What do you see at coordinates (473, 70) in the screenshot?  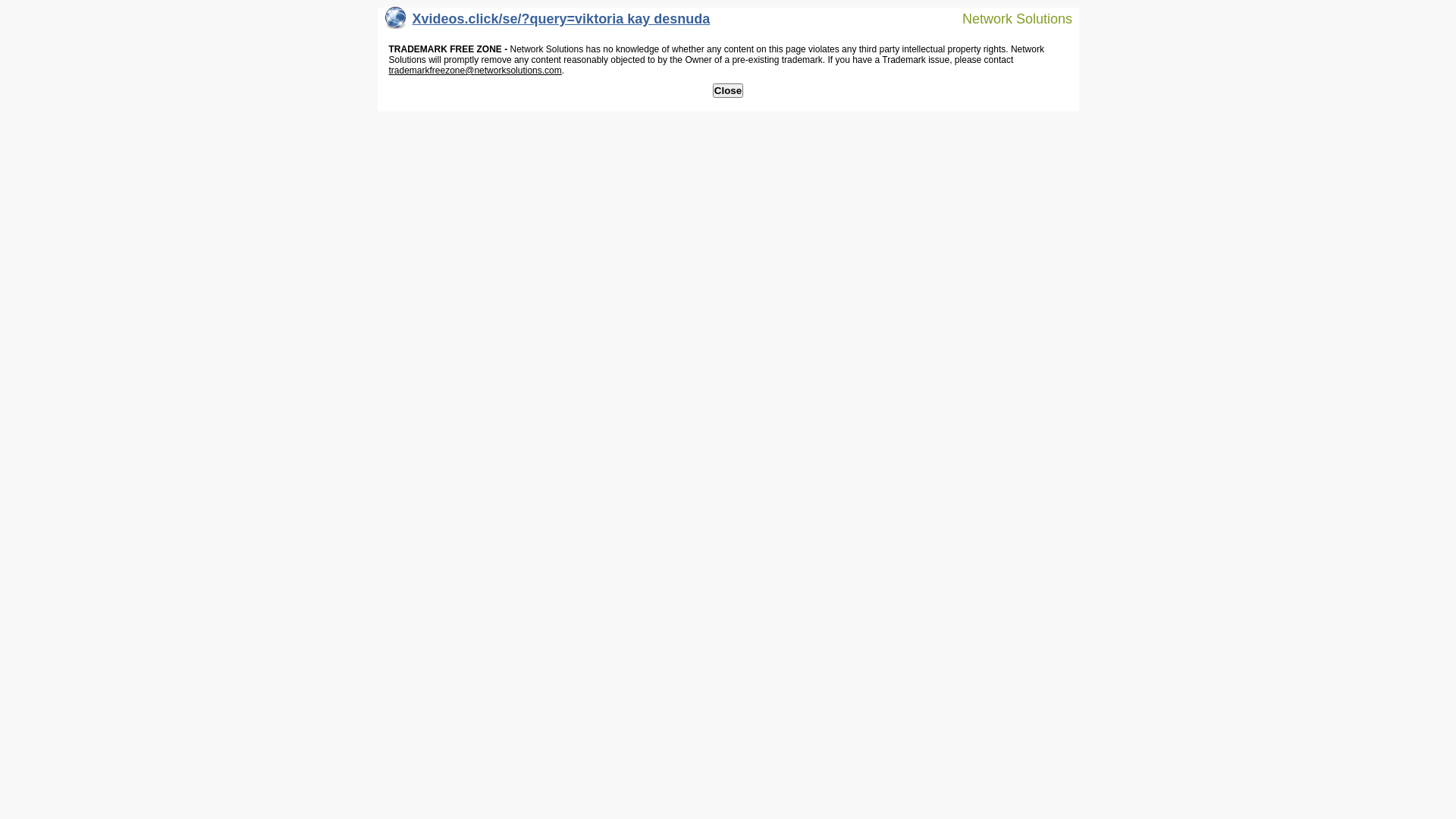 I see `'trademarkfreezone@networksolutions.com'` at bounding box center [473, 70].